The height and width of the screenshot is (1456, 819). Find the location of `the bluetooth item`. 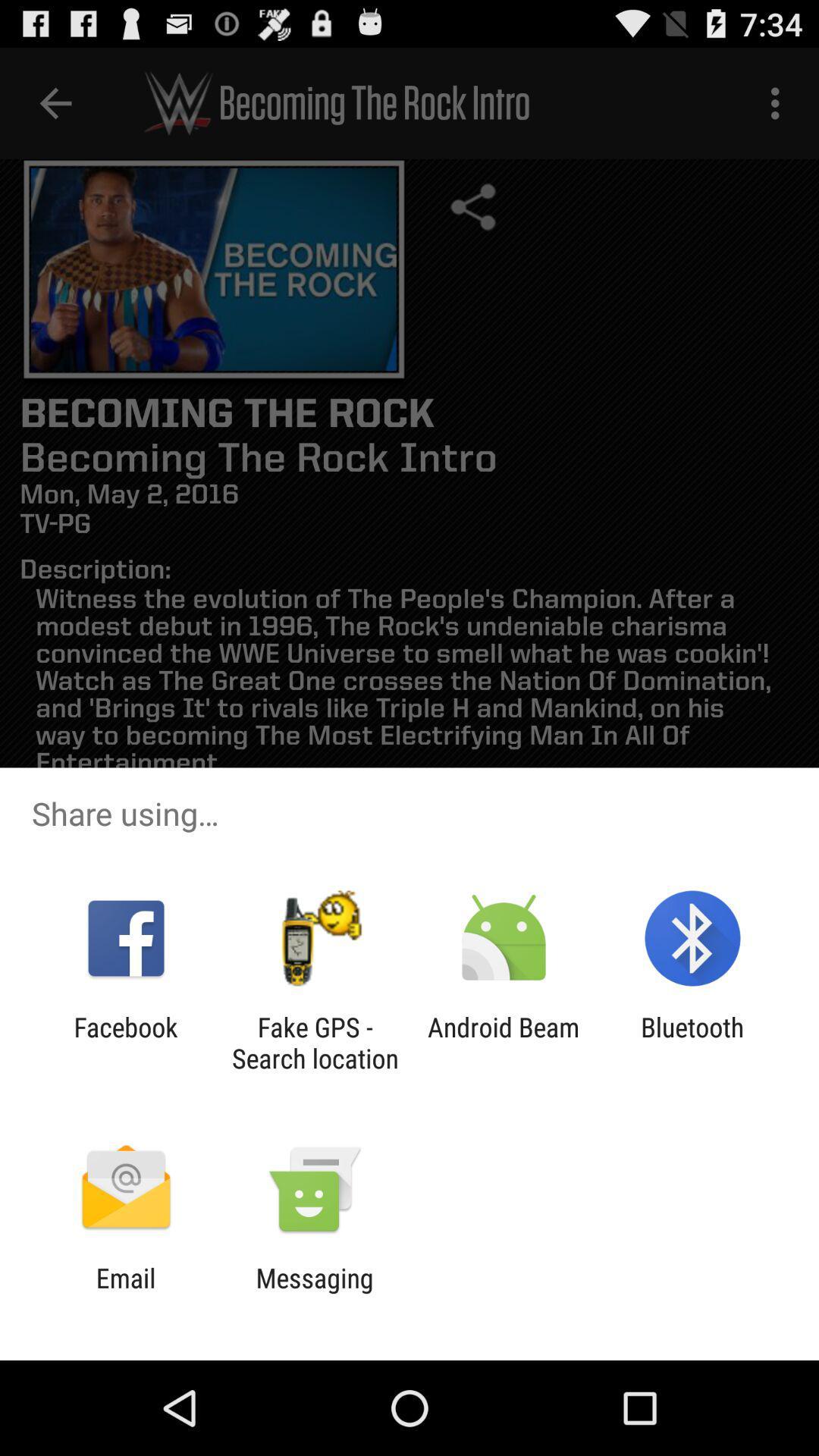

the bluetooth item is located at coordinates (692, 1042).